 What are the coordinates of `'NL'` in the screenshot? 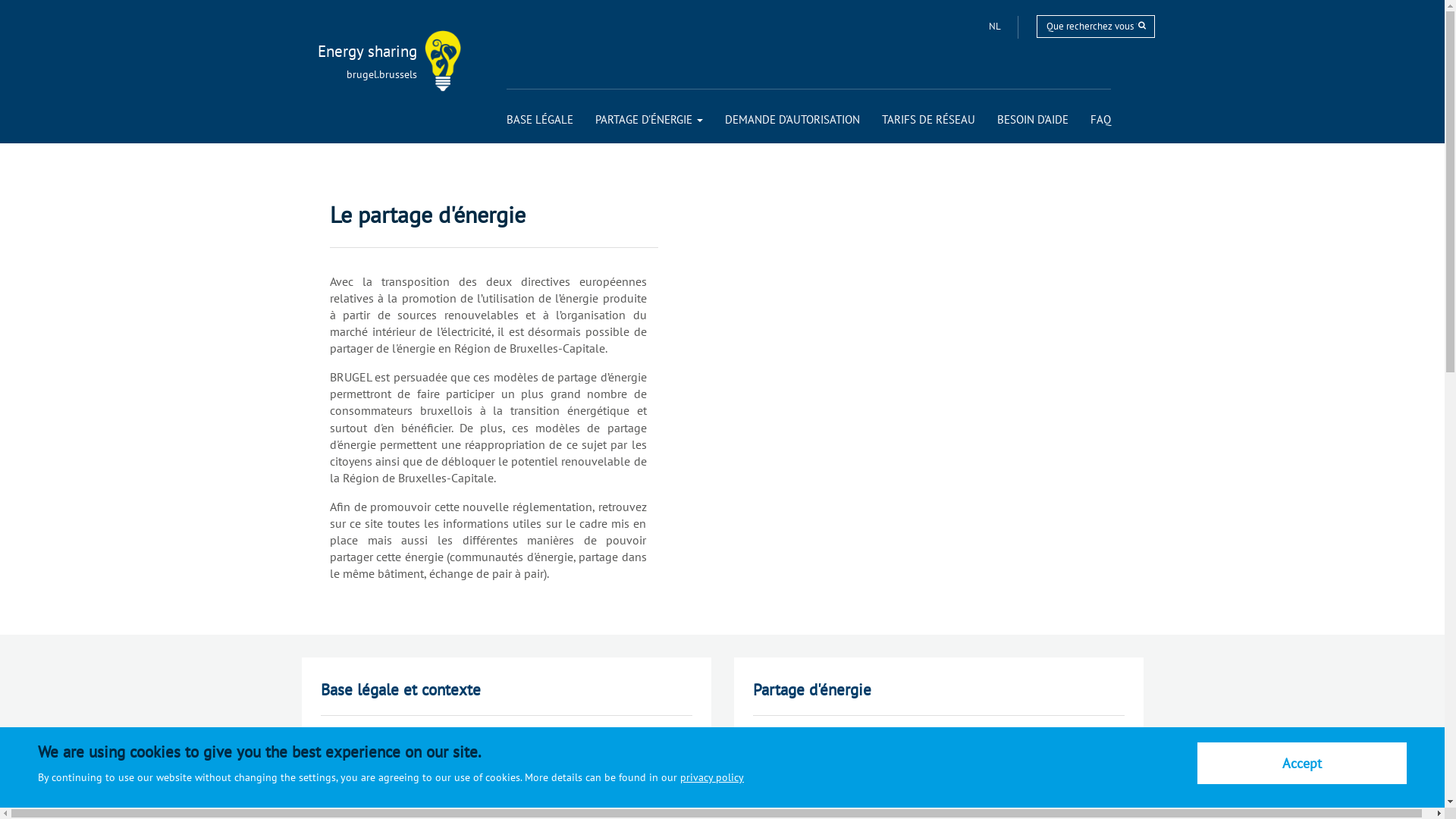 It's located at (996, 26).